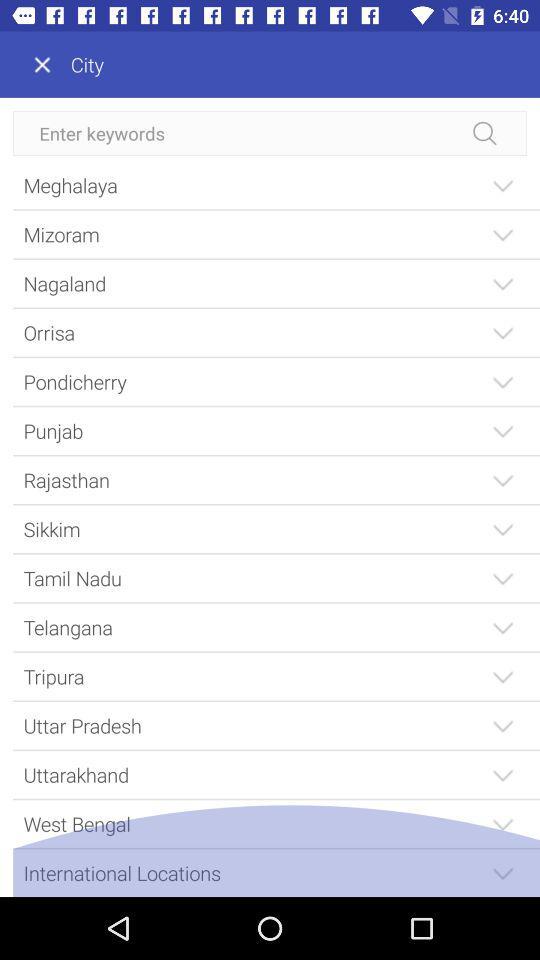  Describe the element at coordinates (502, 282) in the screenshot. I see `the drop down button beside nagaland` at that location.